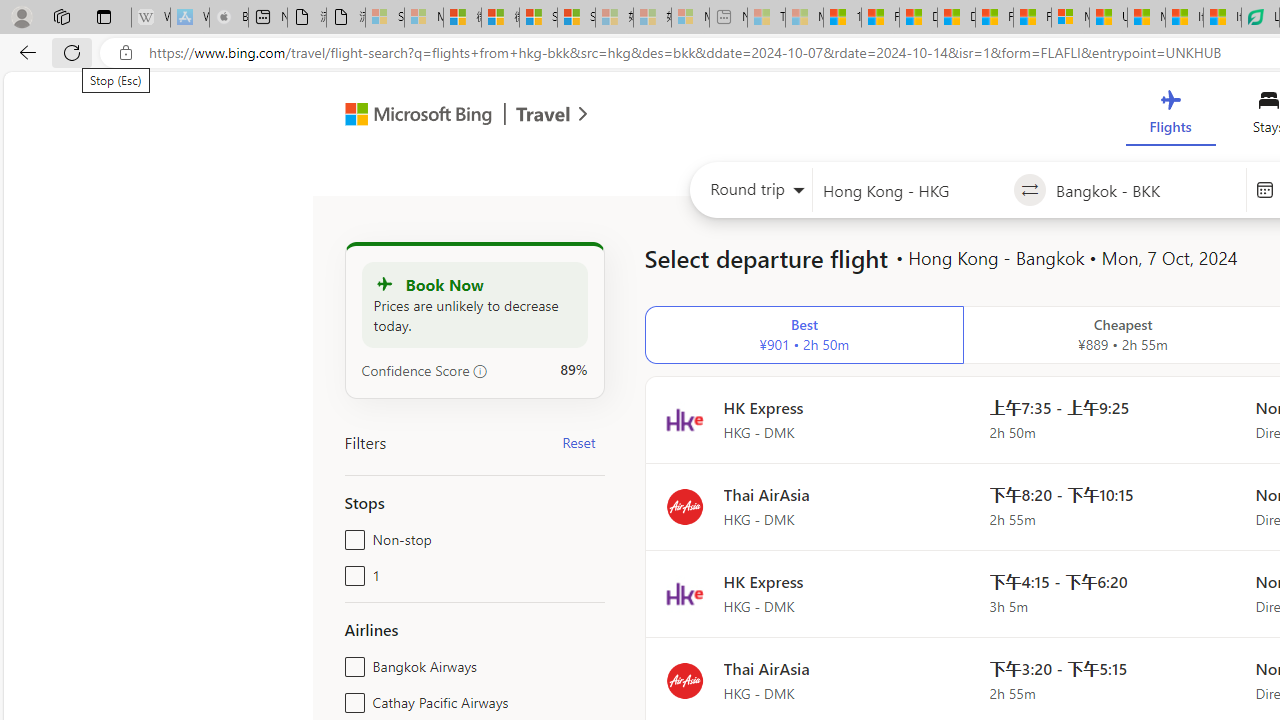  What do you see at coordinates (444, 117) in the screenshot?
I see `'Microsoft Bing Travel'` at bounding box center [444, 117].